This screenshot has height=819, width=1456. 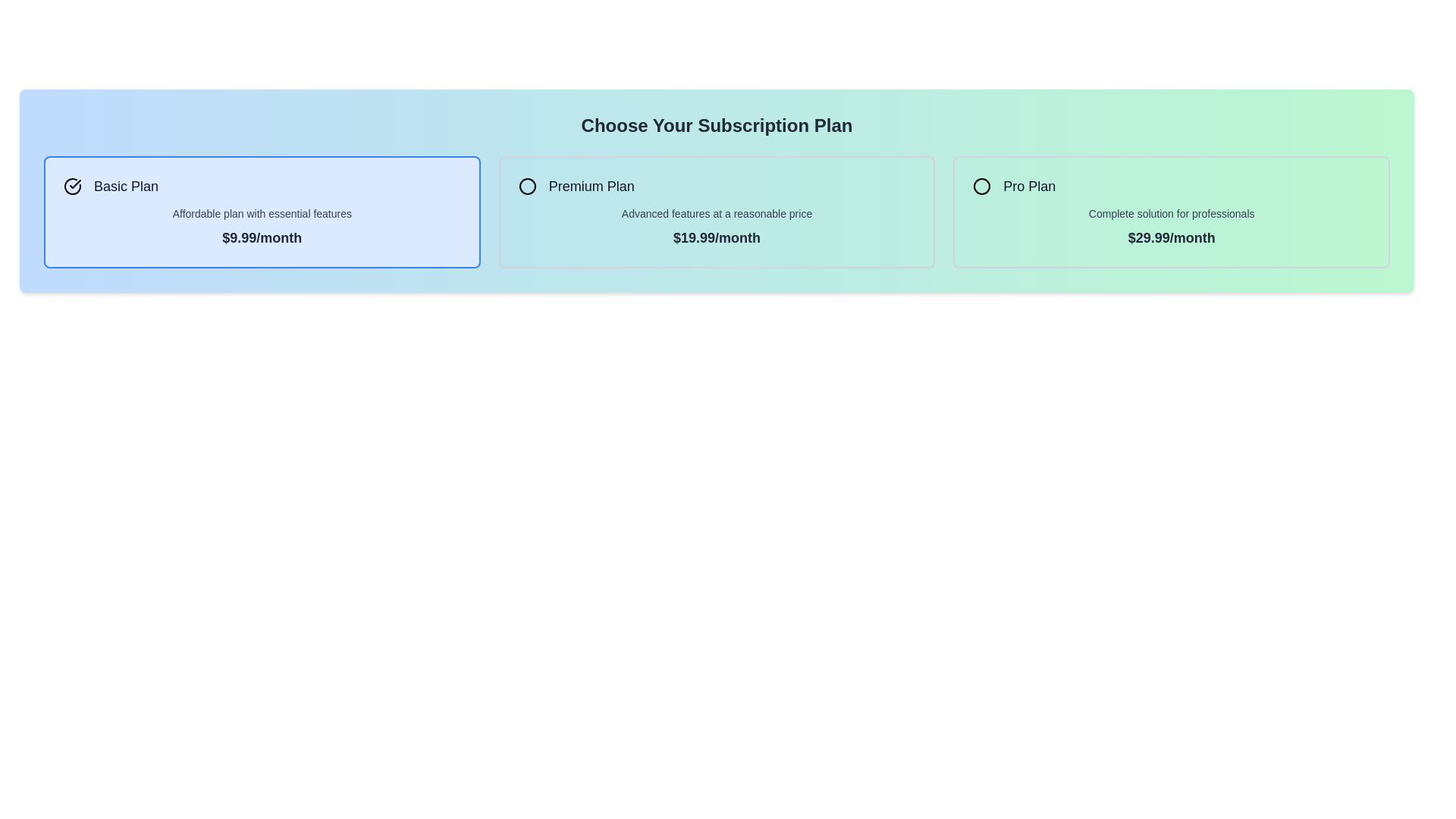 What do you see at coordinates (591, 186) in the screenshot?
I see `the 'Premium Plan' text label which serves as the title for the subscription option, located in the middle plan section of a three-column layout` at bounding box center [591, 186].